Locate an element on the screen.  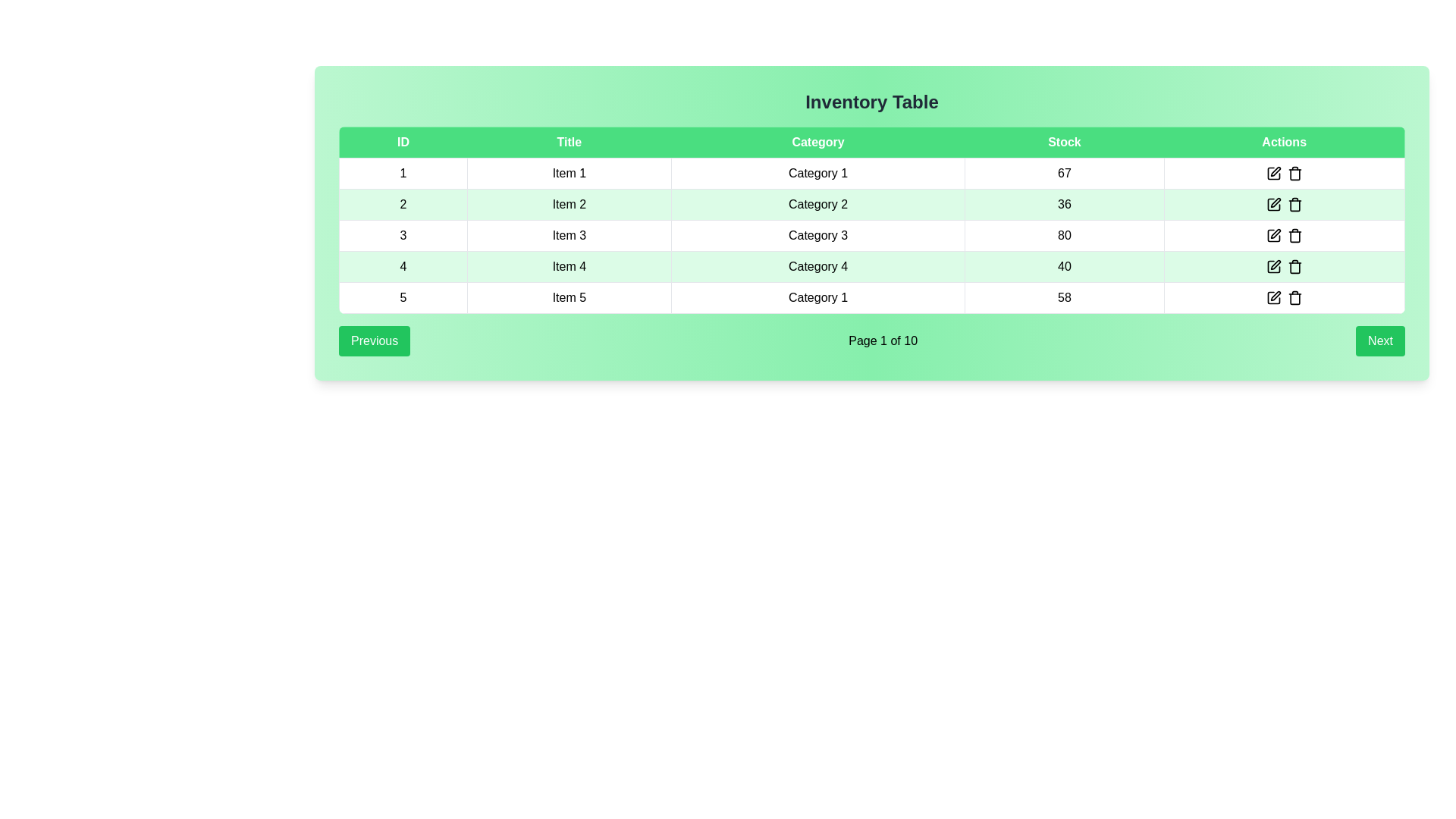
the delete button located in the last row of the table under the 'Actions' column, which is the second icon next to the pencil icon is located at coordinates (1294, 298).